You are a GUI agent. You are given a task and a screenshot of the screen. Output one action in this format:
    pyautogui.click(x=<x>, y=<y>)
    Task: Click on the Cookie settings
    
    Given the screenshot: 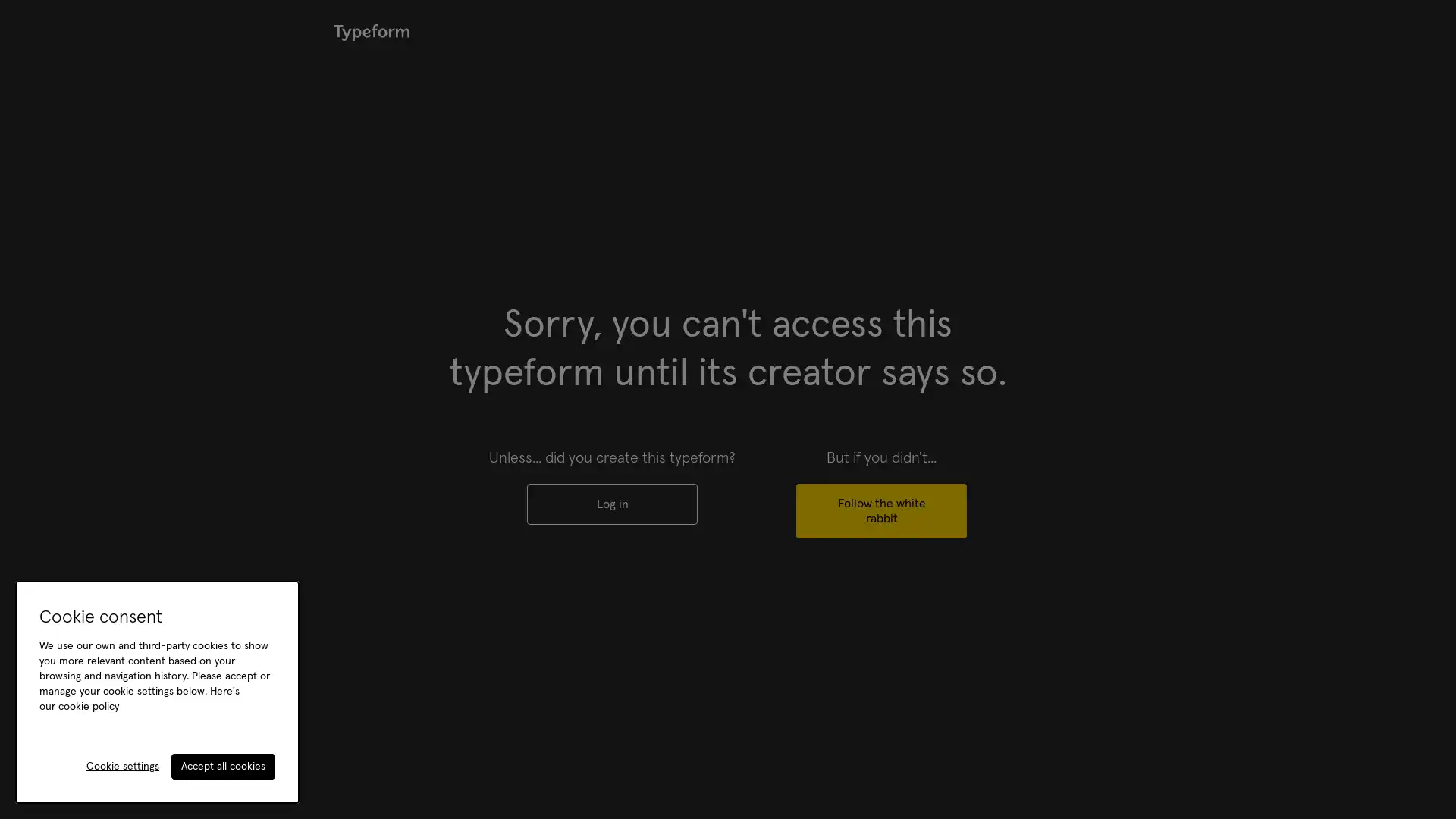 What is the action you would take?
    pyautogui.click(x=123, y=766)
    